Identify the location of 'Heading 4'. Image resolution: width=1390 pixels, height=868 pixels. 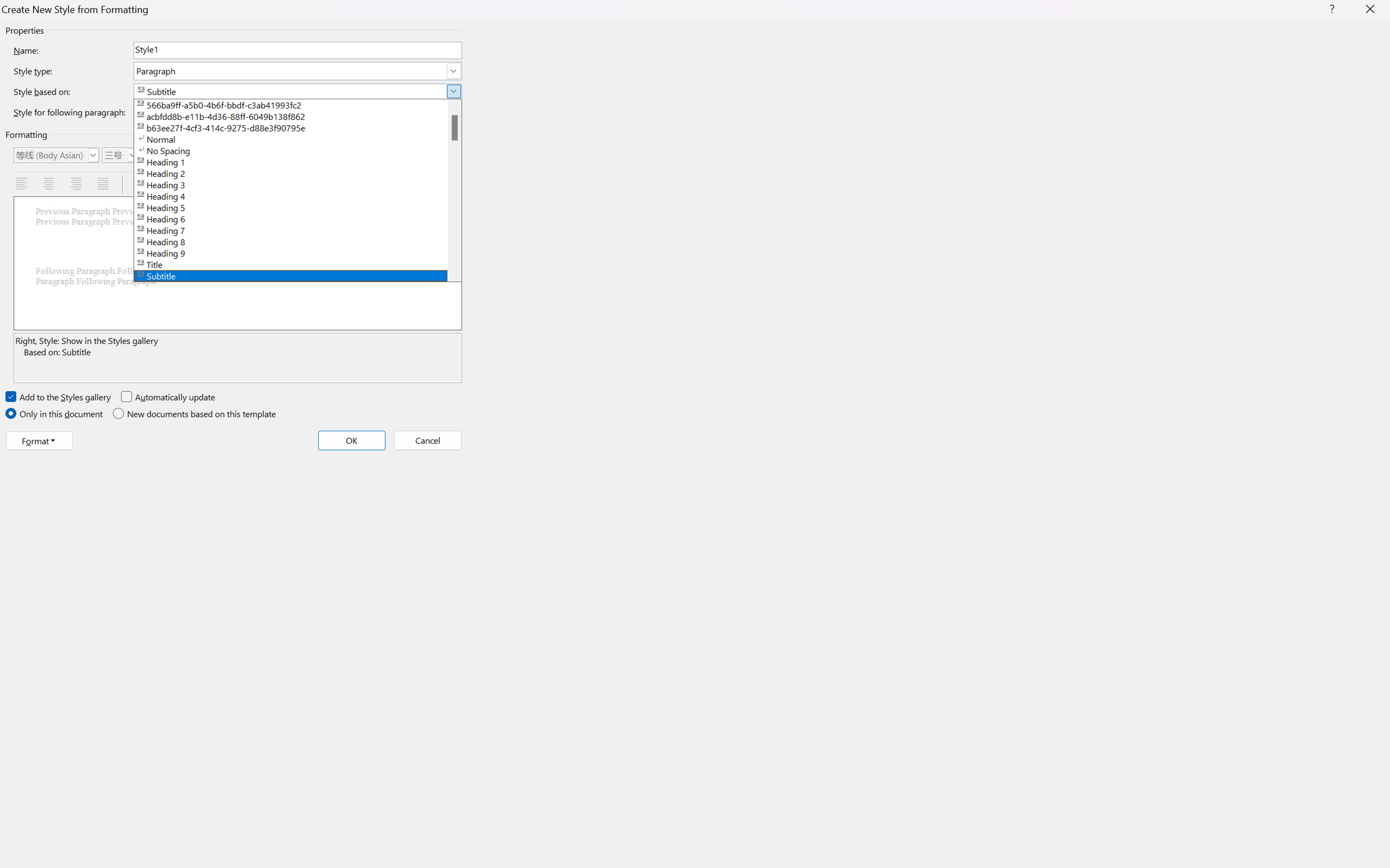
(296, 195).